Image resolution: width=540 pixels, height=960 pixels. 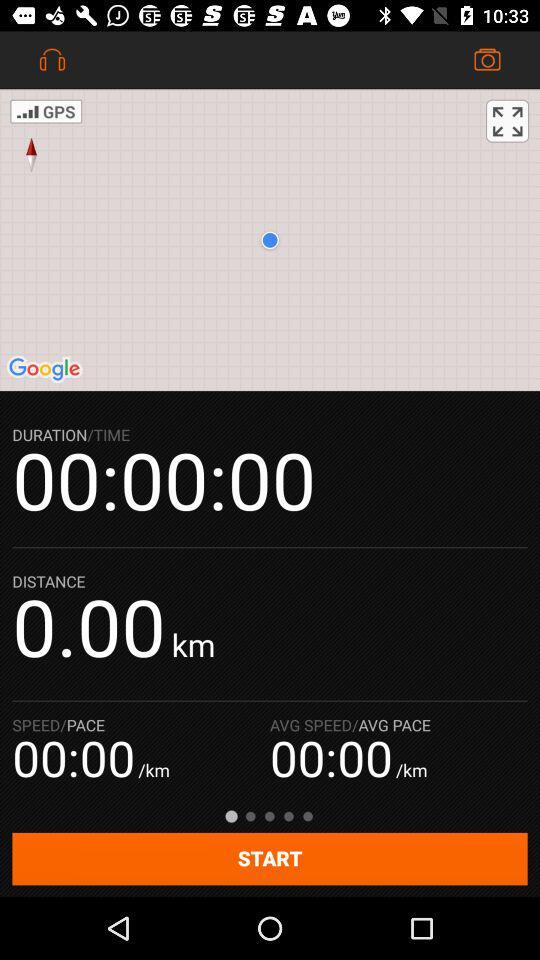 I want to click on icon above duration/time item, so click(x=270, y=240).